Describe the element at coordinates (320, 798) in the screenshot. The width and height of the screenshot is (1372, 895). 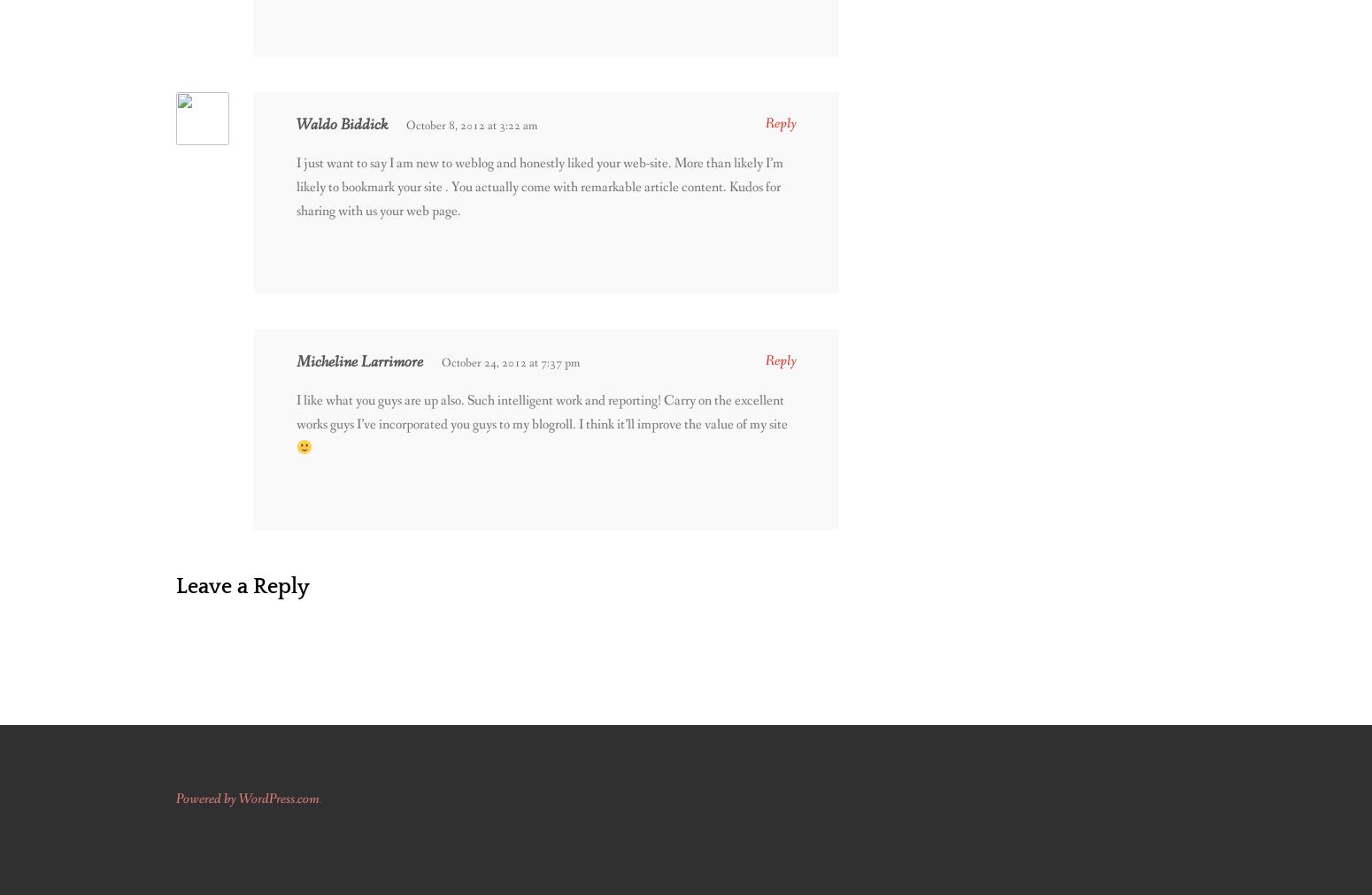
I see `'.'` at that location.